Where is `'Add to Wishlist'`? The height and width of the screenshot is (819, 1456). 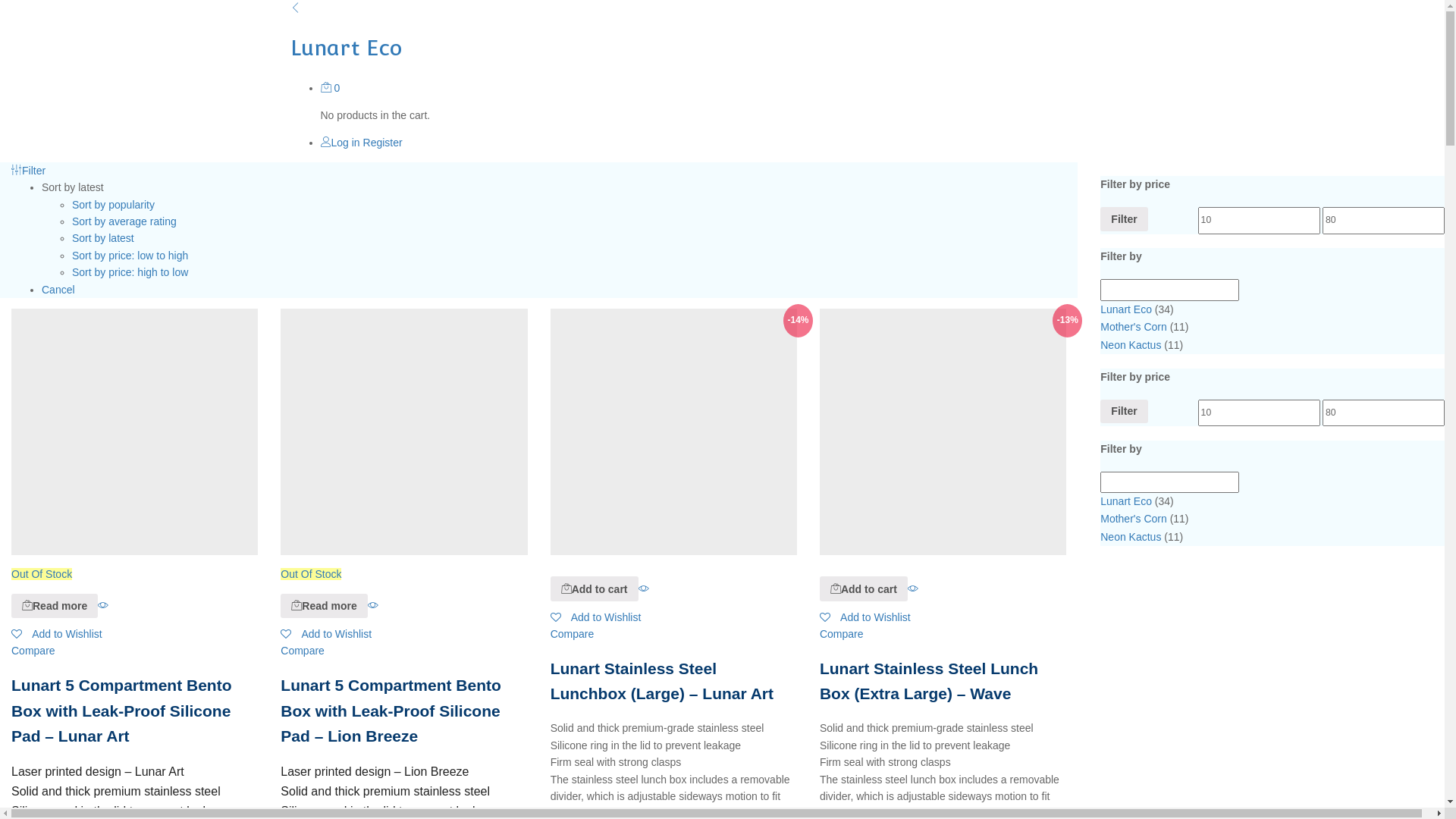 'Add to Wishlist' is located at coordinates (325, 634).